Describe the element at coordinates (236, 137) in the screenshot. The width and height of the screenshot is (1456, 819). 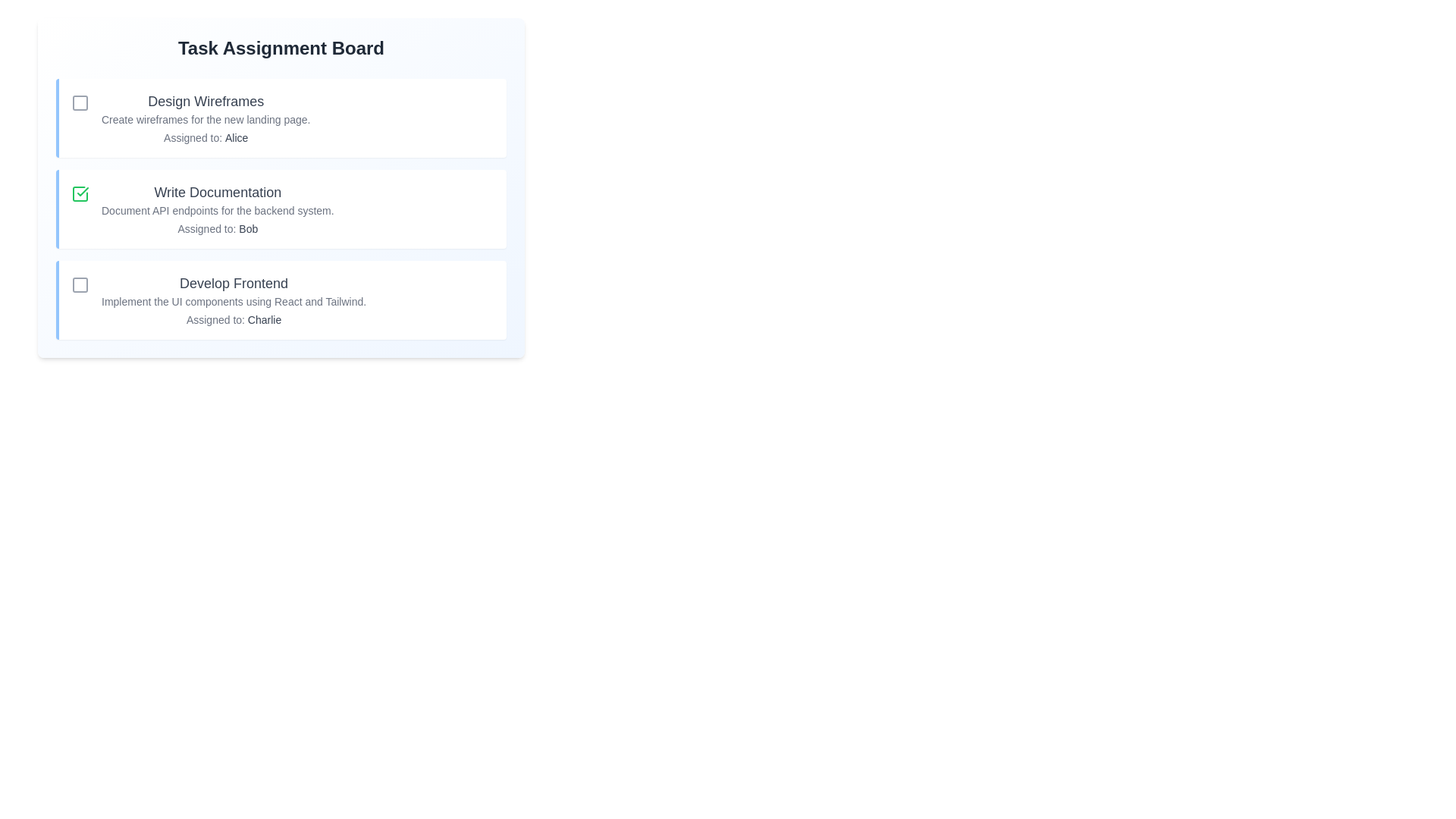
I see `the text label indicating the assignee's name 'Alice' for the task 'Design Wireframes'` at that location.